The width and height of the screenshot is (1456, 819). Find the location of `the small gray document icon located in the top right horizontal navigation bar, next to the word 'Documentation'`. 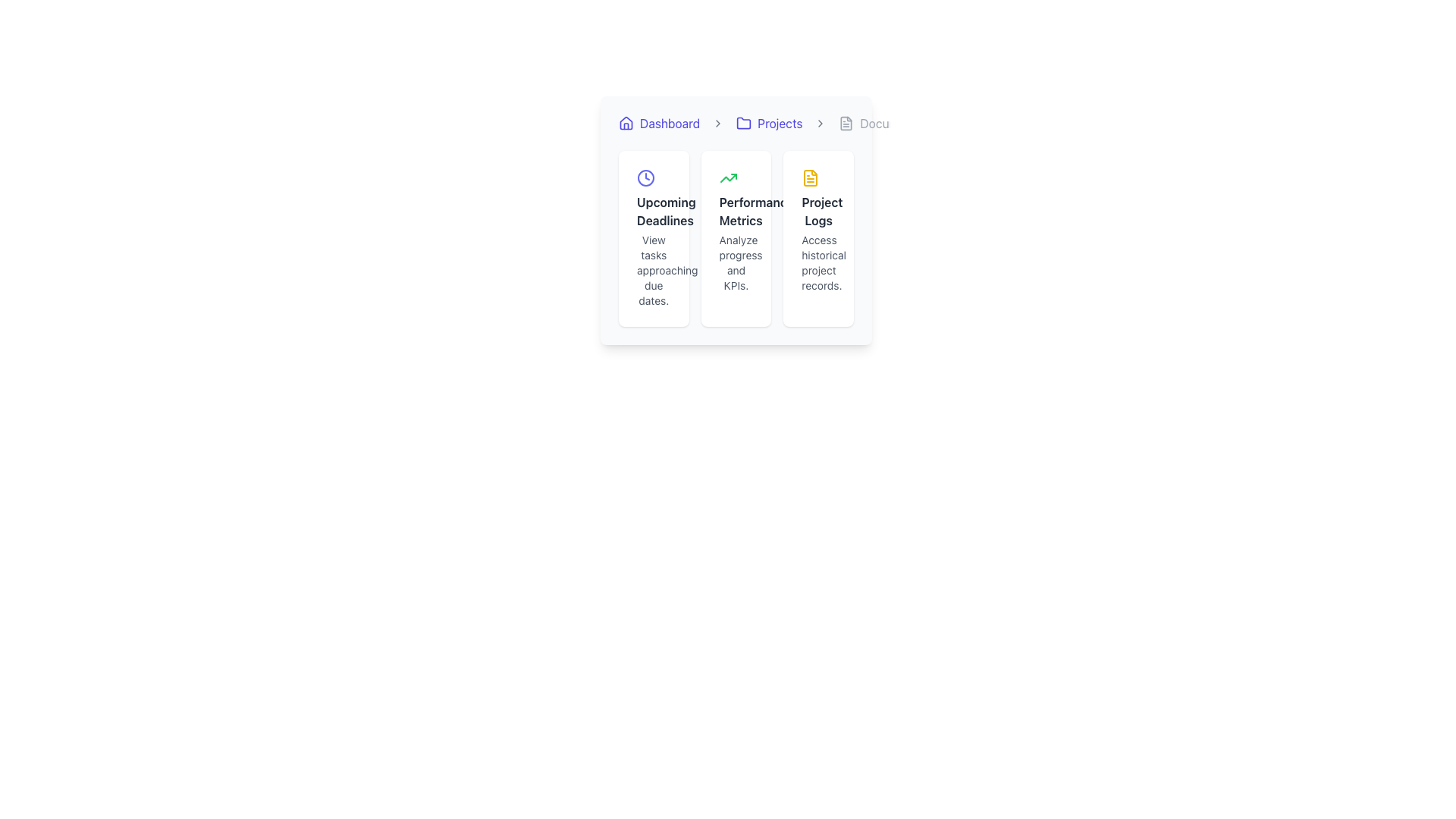

the small gray document icon located in the top right horizontal navigation bar, next to the word 'Documentation' is located at coordinates (846, 122).